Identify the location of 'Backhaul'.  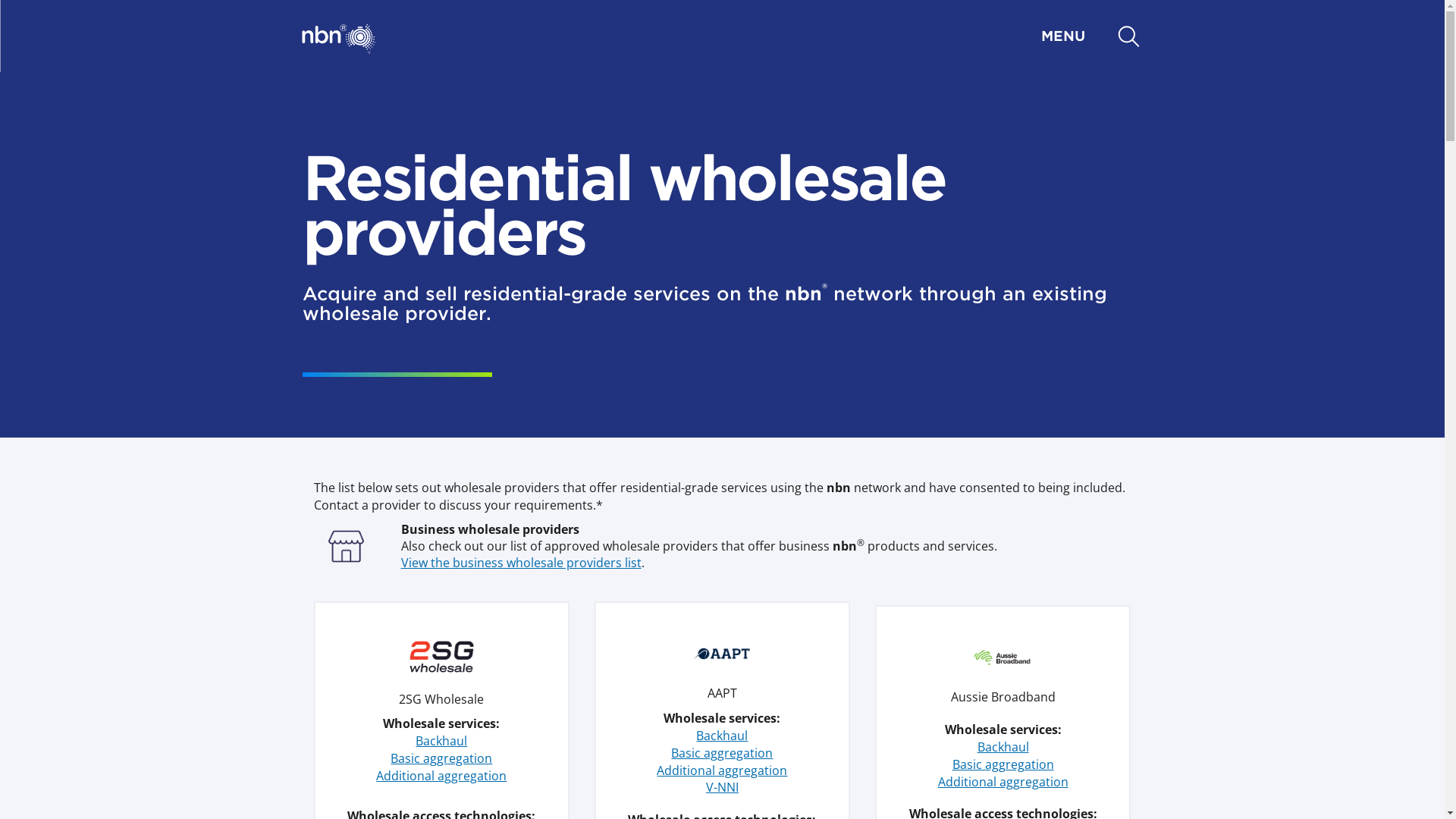
(440, 739).